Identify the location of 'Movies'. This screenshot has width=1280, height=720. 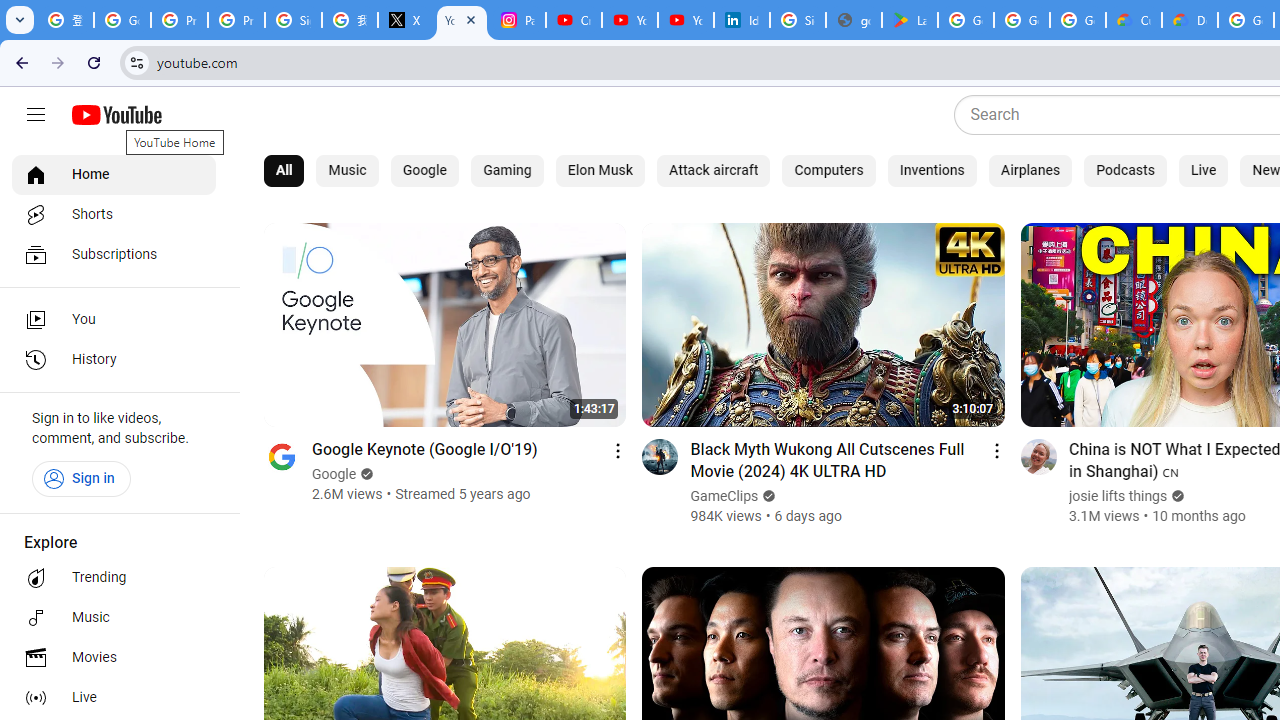
(112, 658).